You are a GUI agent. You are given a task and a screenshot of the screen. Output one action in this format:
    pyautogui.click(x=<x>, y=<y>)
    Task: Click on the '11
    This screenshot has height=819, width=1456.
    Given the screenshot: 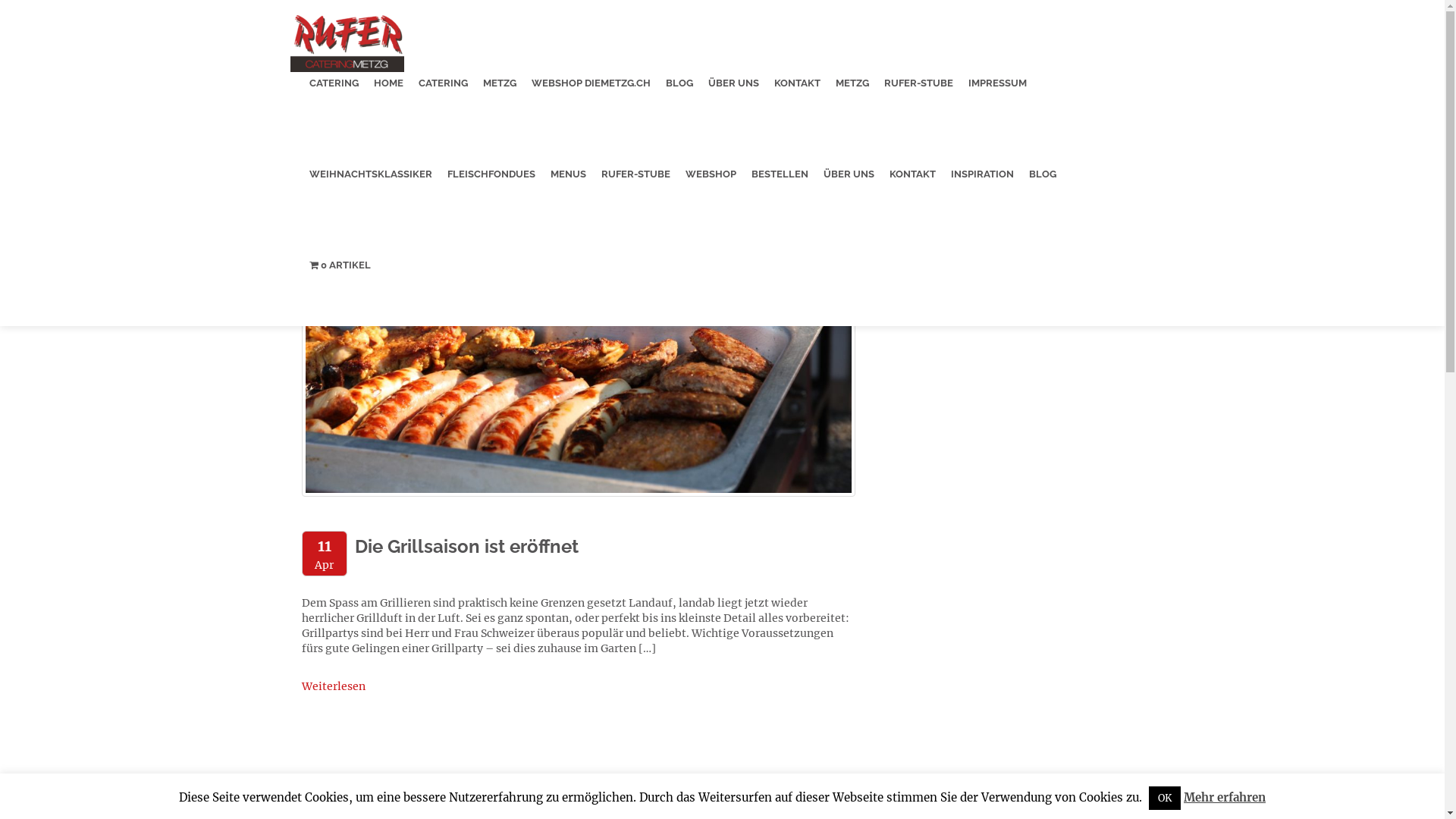 What is the action you would take?
    pyautogui.click(x=323, y=553)
    